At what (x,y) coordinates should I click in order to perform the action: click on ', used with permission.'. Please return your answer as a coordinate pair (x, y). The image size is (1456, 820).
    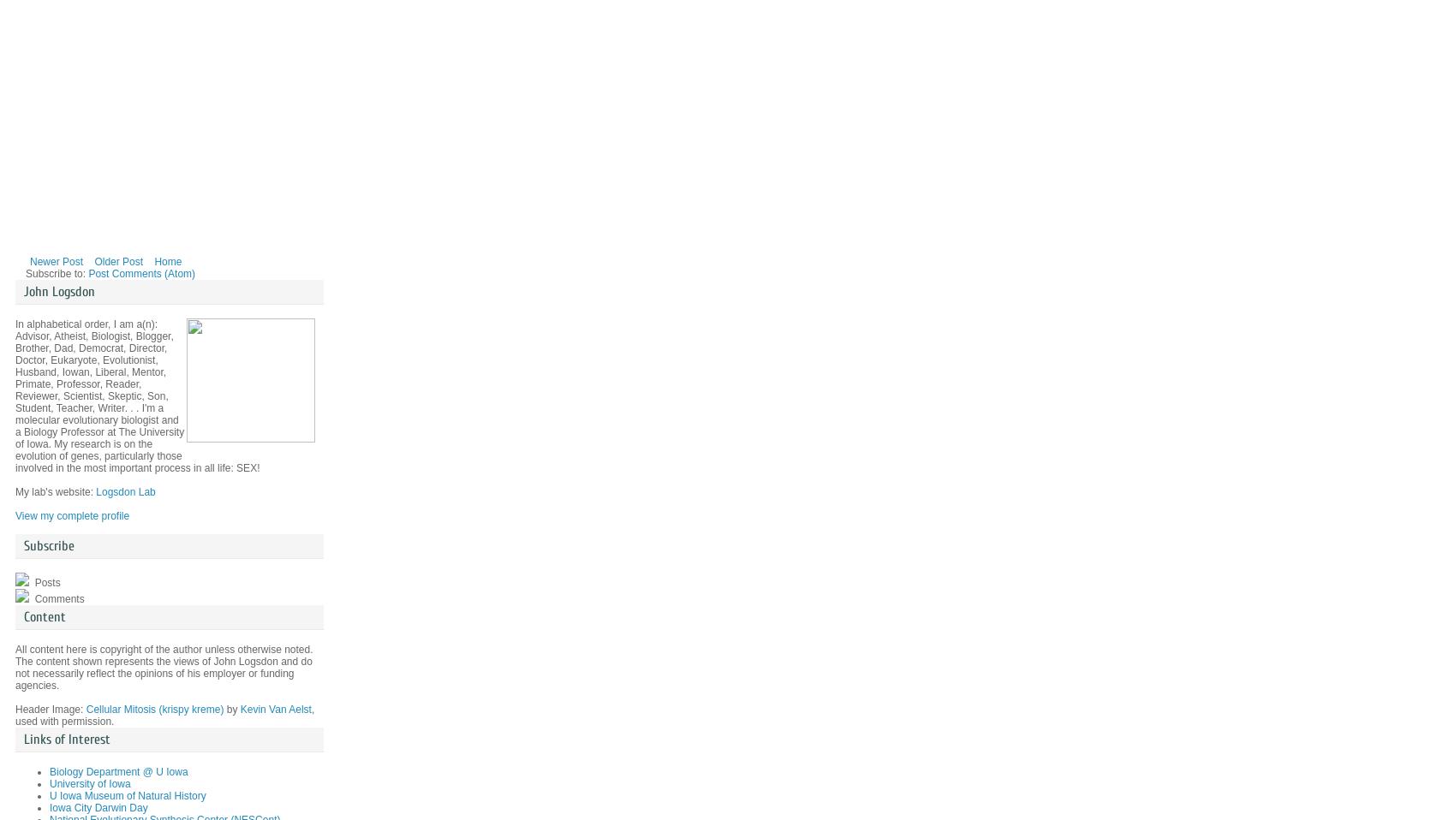
    Looking at the image, I should click on (164, 715).